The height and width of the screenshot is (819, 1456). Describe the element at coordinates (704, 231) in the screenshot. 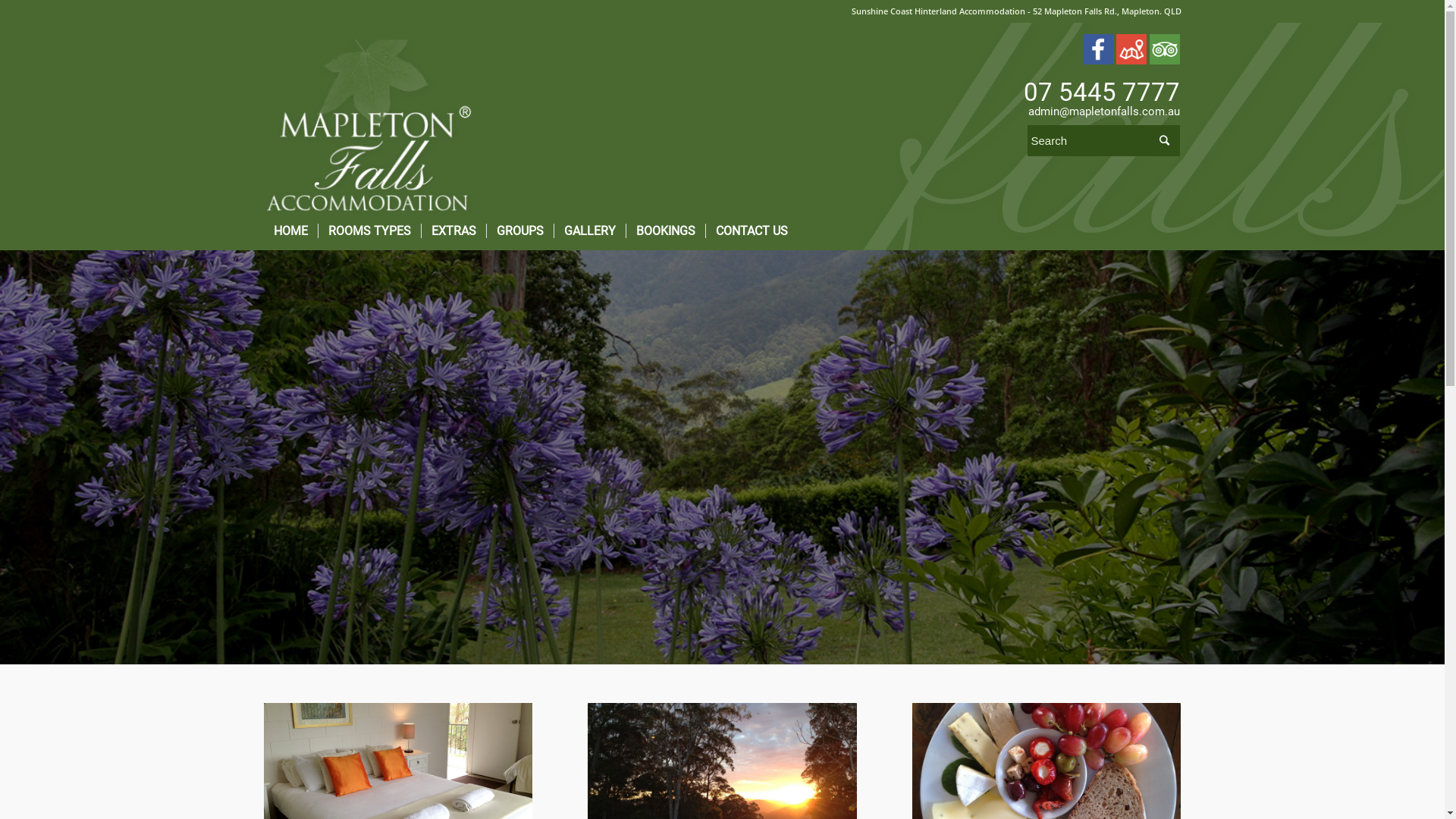

I see `'CONTACT US'` at that location.